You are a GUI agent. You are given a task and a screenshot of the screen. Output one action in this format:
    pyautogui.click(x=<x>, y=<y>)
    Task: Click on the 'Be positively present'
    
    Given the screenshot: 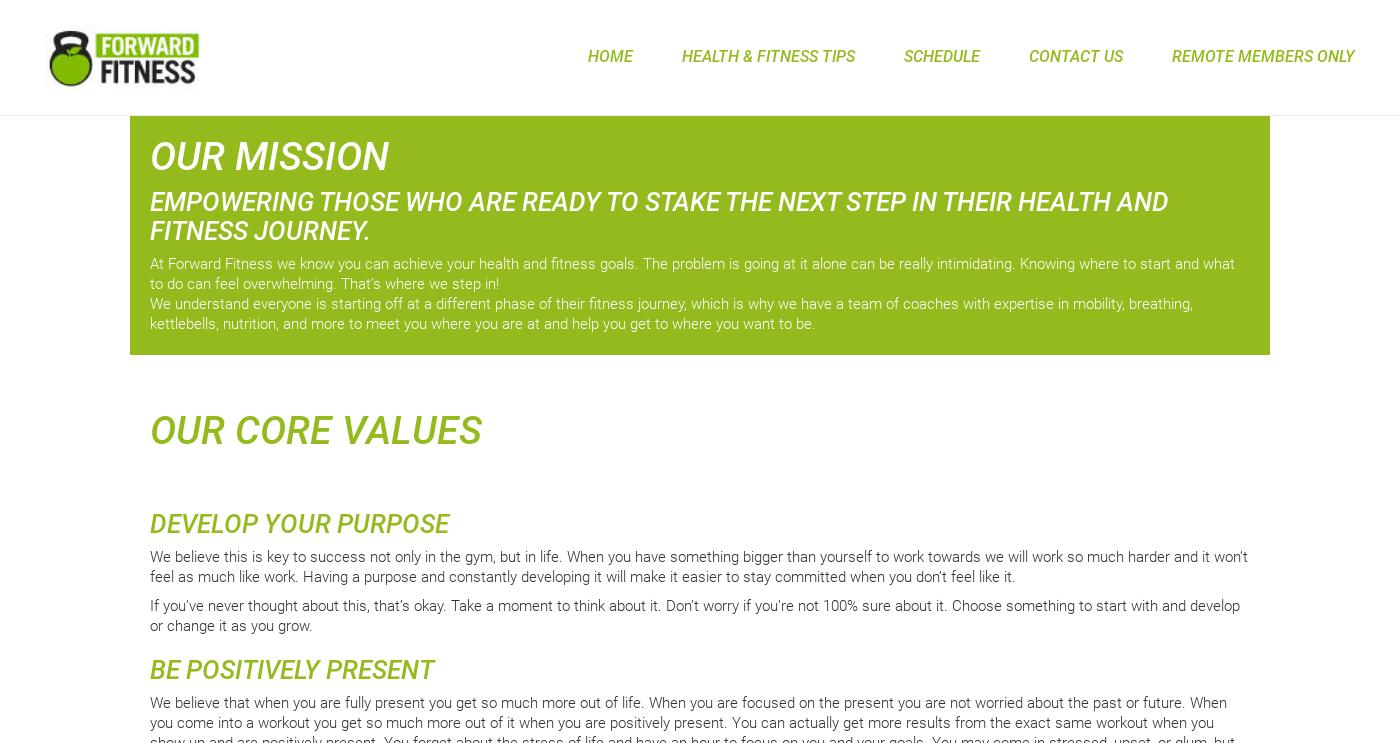 What is the action you would take?
    pyautogui.click(x=292, y=668)
    